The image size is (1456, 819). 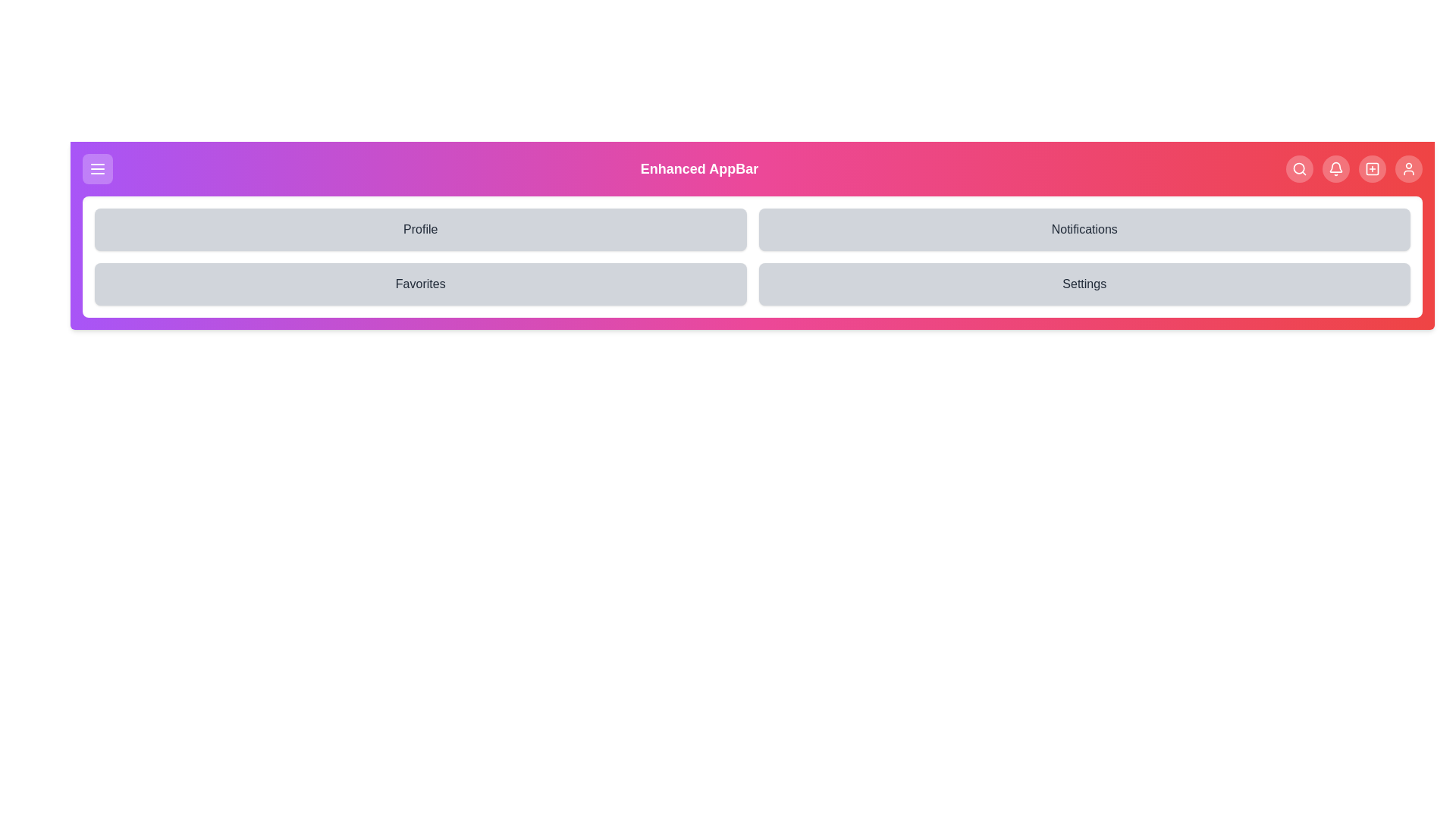 What do you see at coordinates (1298, 169) in the screenshot?
I see `the Search navigation button` at bounding box center [1298, 169].